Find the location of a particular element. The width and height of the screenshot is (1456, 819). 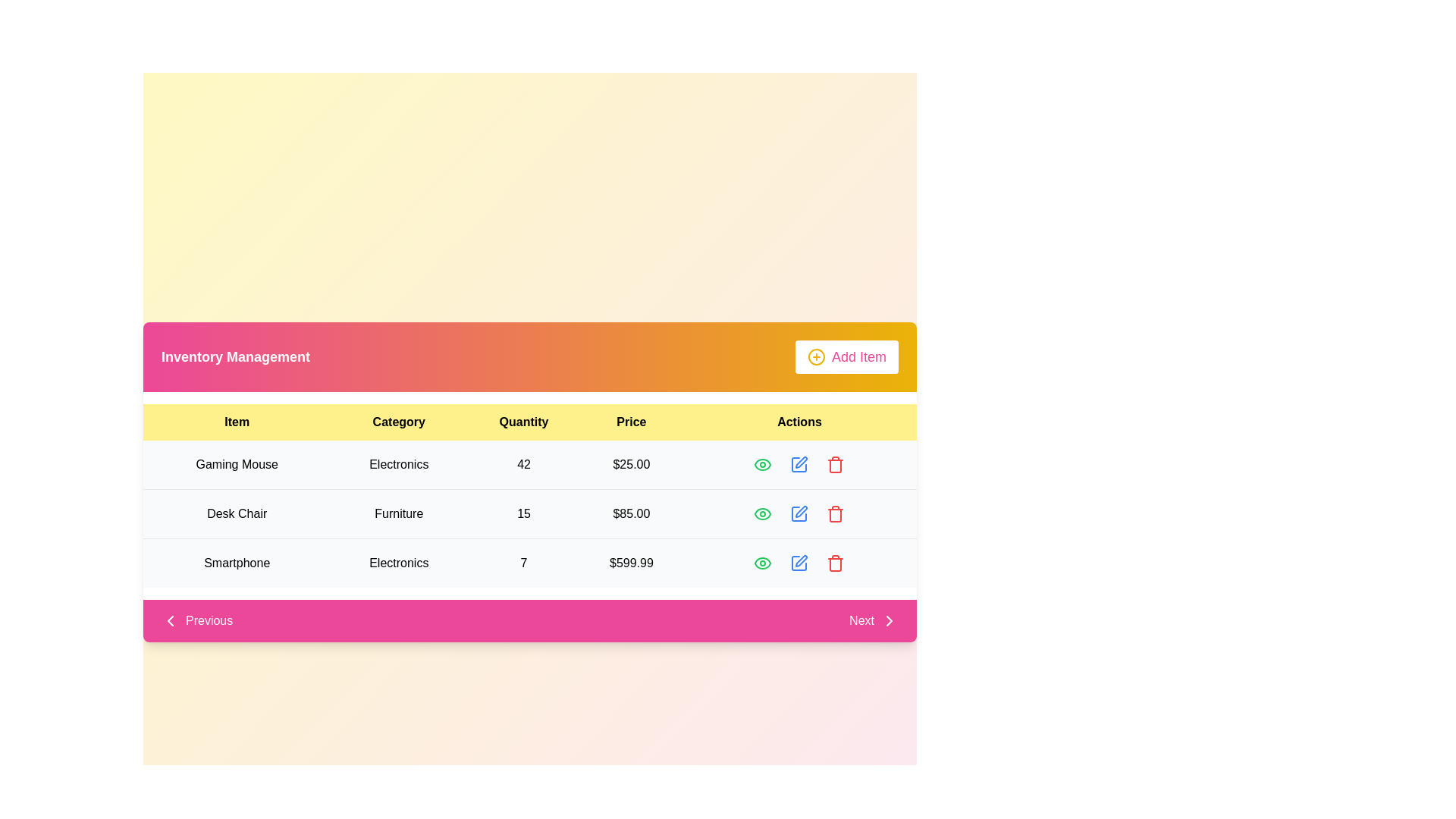

the red trash bin icon button in the 'Actions' column of the first row associated with 'Gaming Mouse' is located at coordinates (835, 464).